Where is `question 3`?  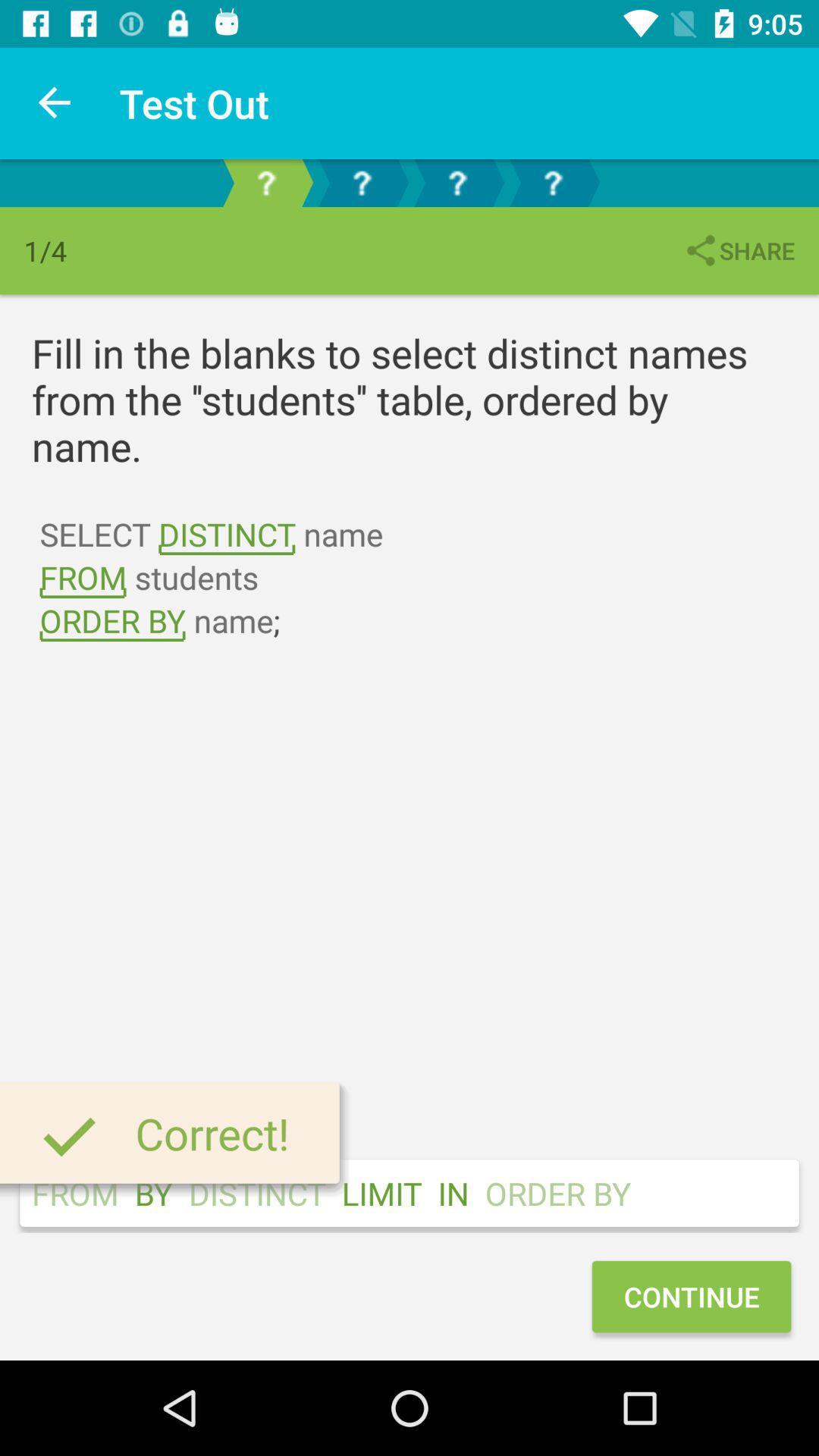 question 3 is located at coordinates (456, 182).